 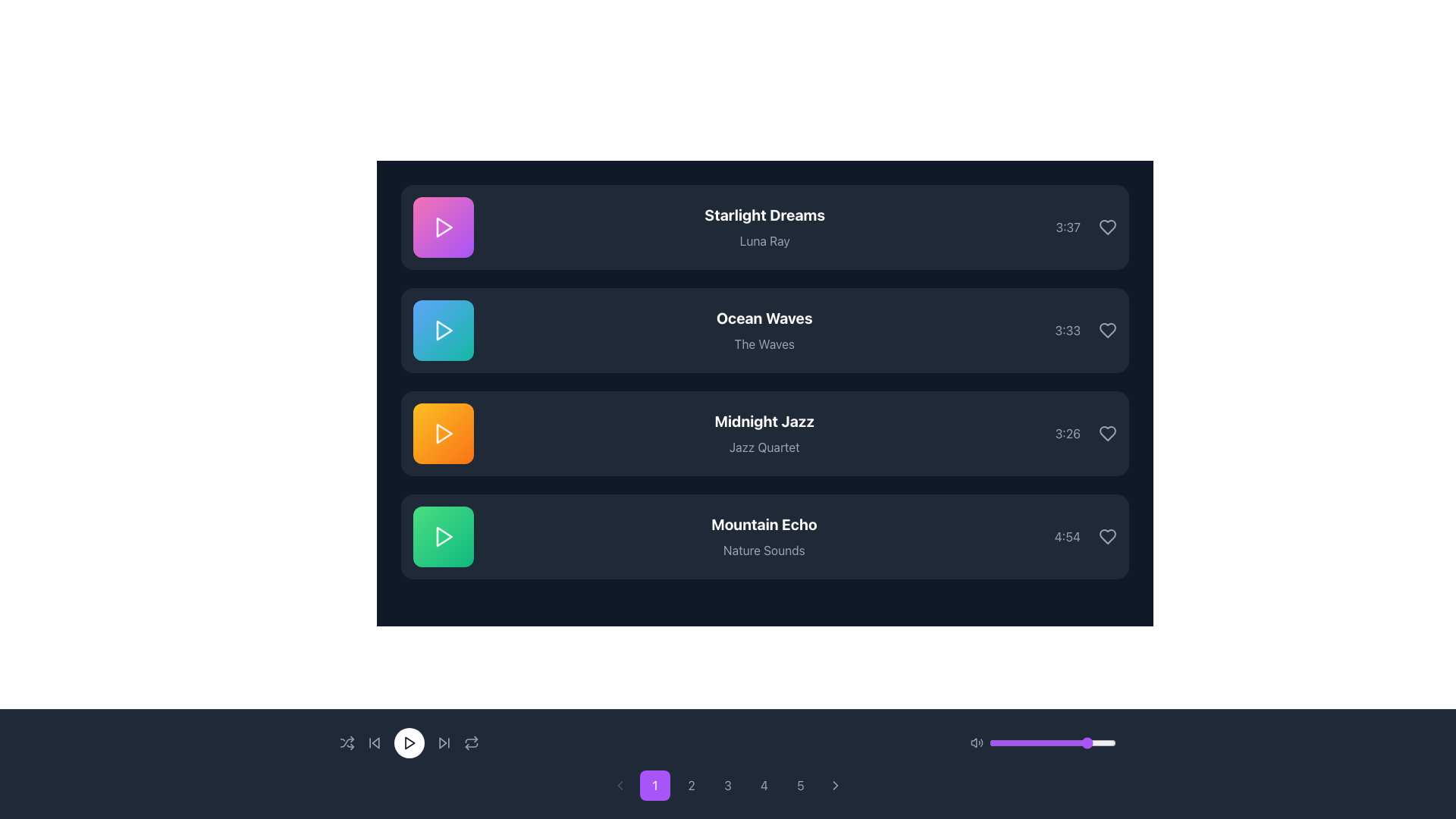 What do you see at coordinates (655, 785) in the screenshot?
I see `the circular button with a purple background displaying the number '1'` at bounding box center [655, 785].